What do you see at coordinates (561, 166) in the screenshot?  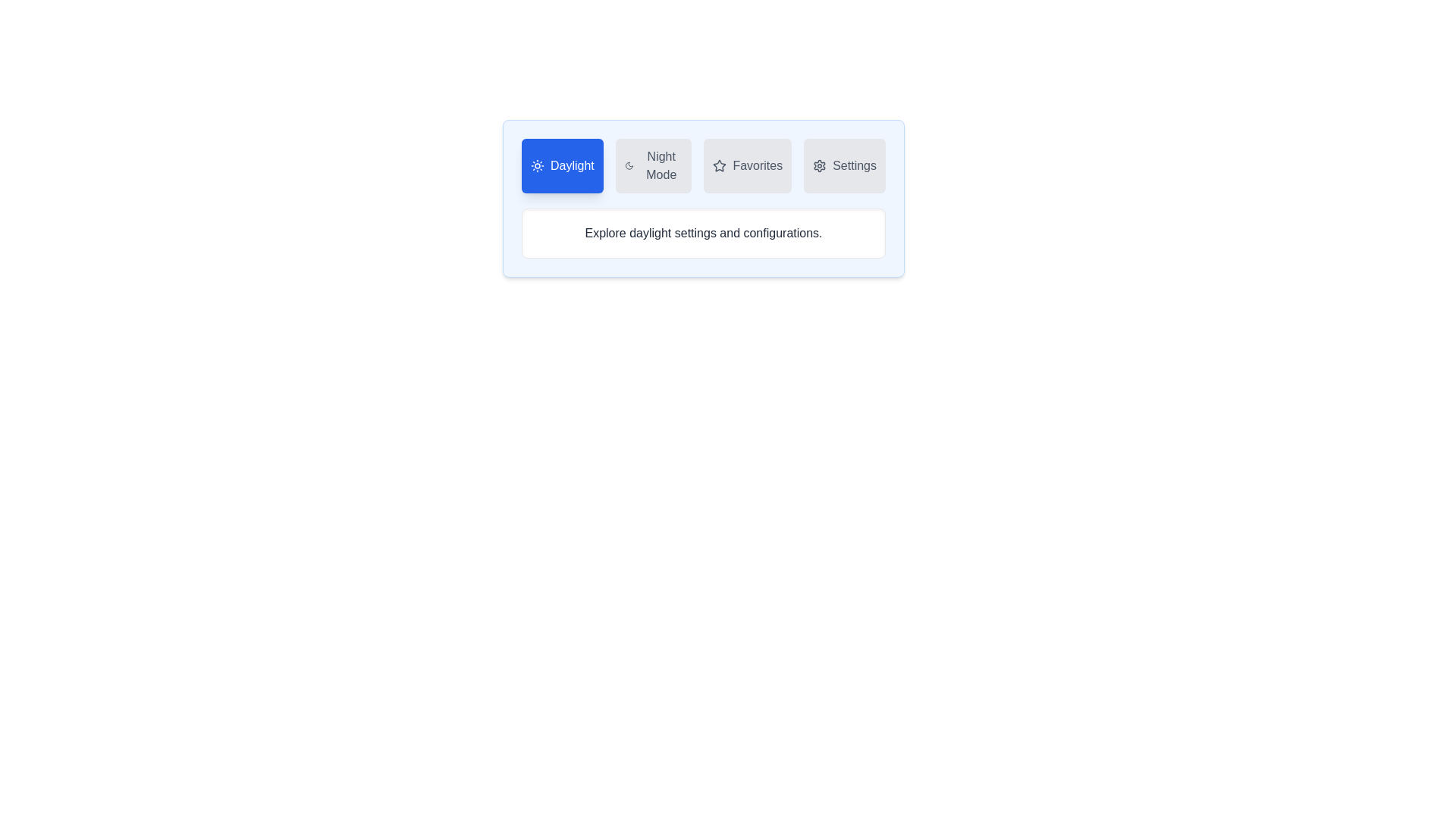 I see `the tab labeled Daylight` at bounding box center [561, 166].